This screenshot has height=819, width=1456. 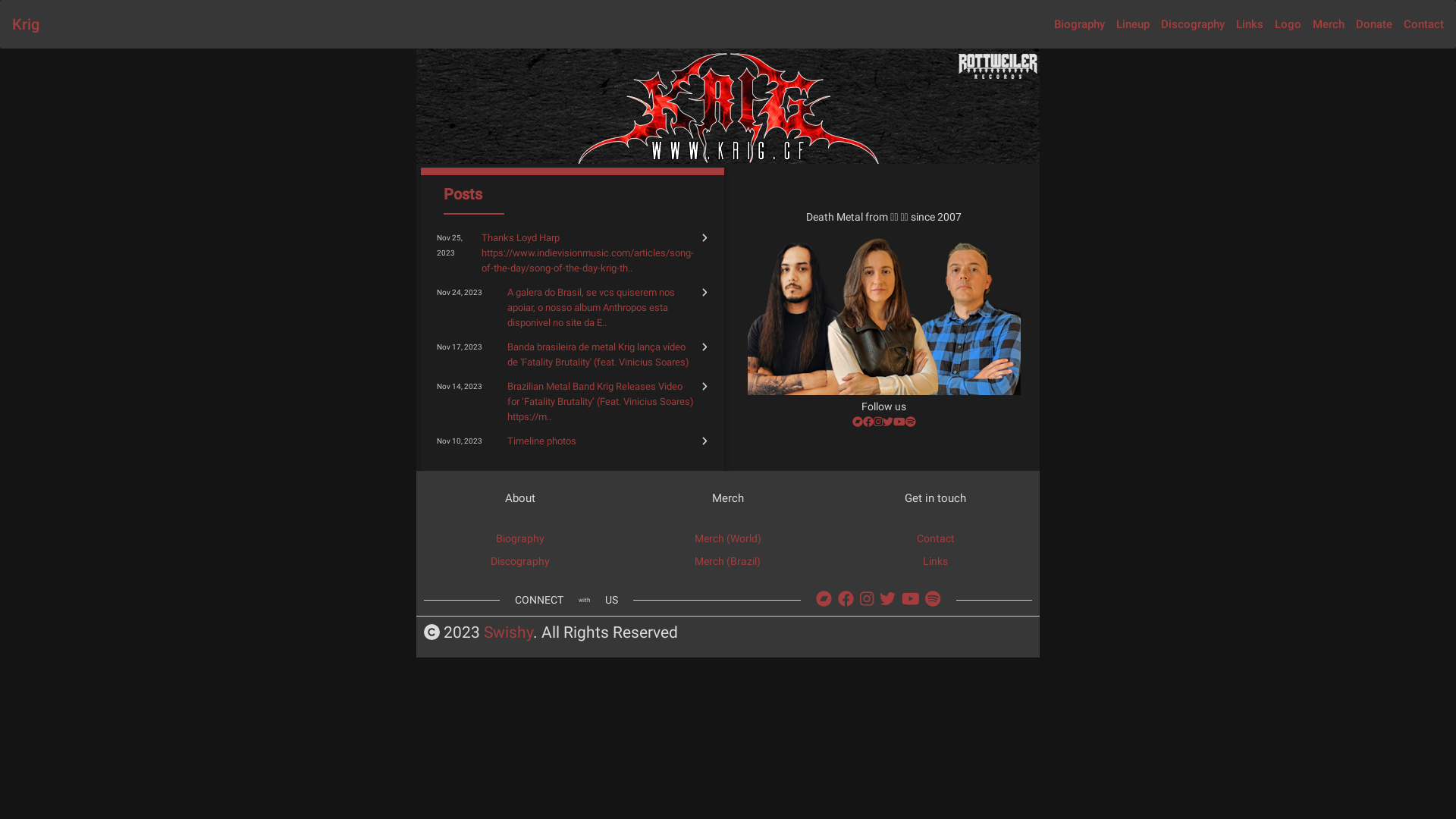 What do you see at coordinates (508, 632) in the screenshot?
I see `'Swishy'` at bounding box center [508, 632].